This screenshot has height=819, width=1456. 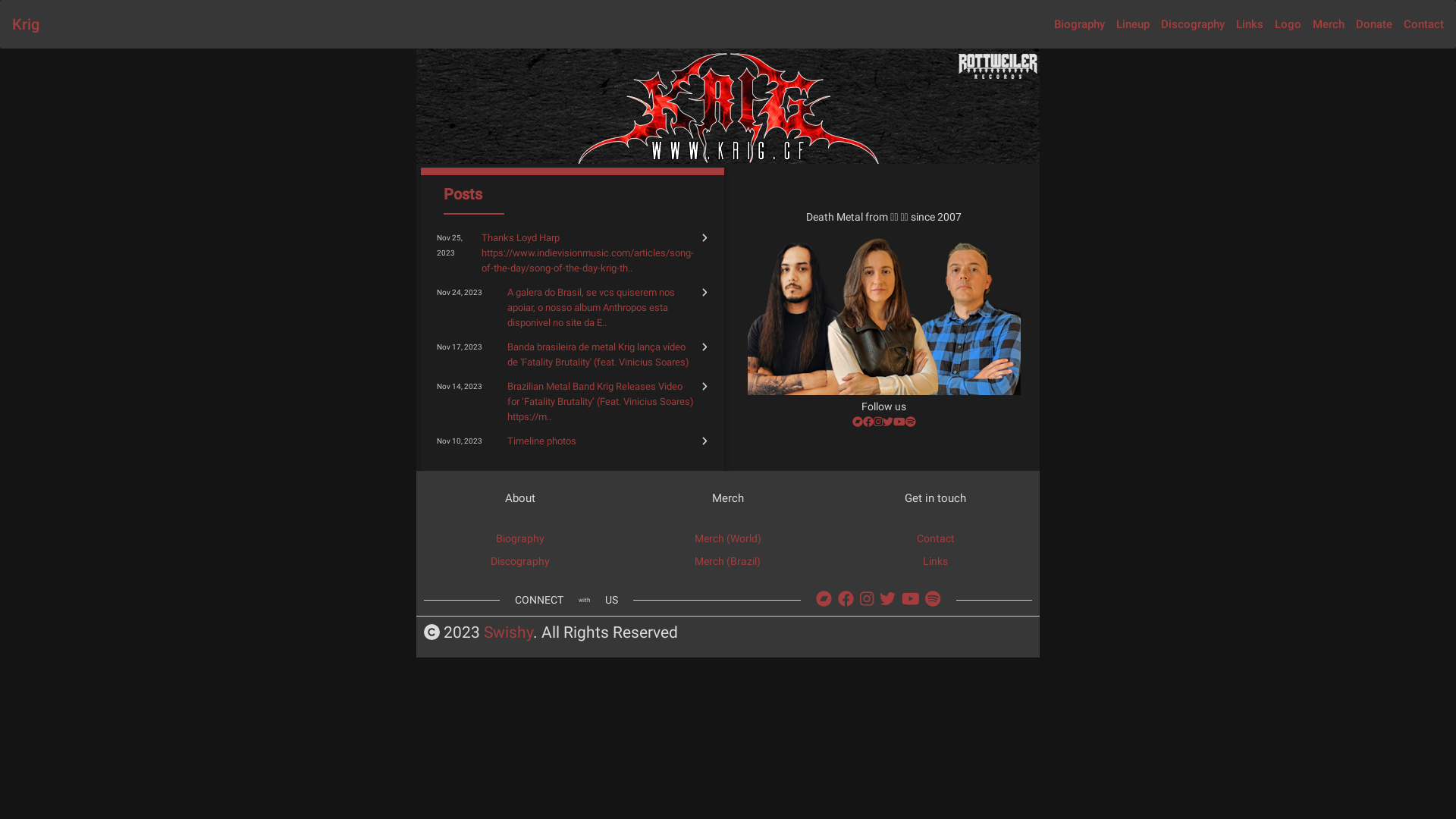 What do you see at coordinates (508, 632) in the screenshot?
I see `'Swishy'` at bounding box center [508, 632].